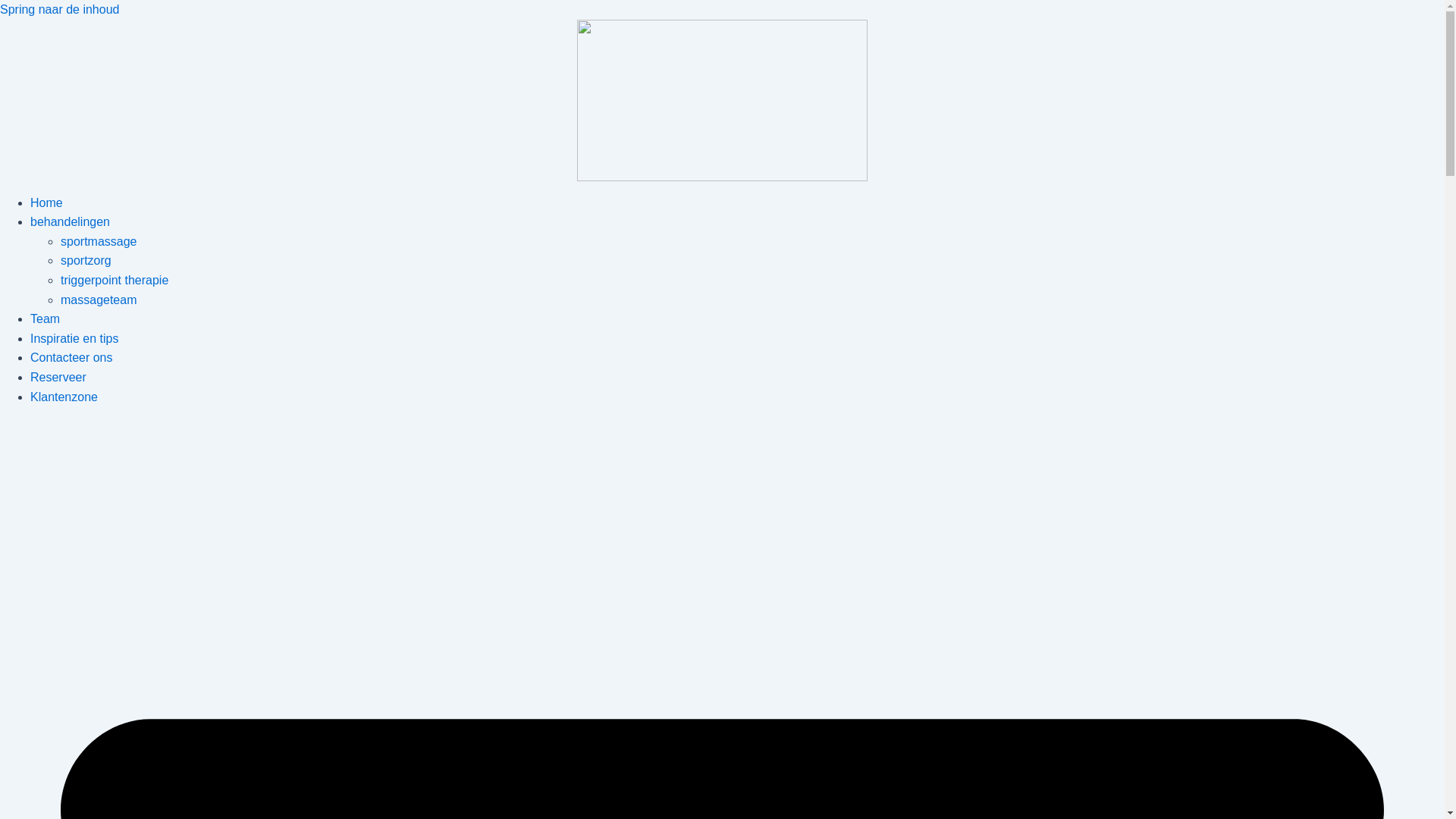  What do you see at coordinates (0, 9) in the screenshot?
I see `'Spring naar de inhoud'` at bounding box center [0, 9].